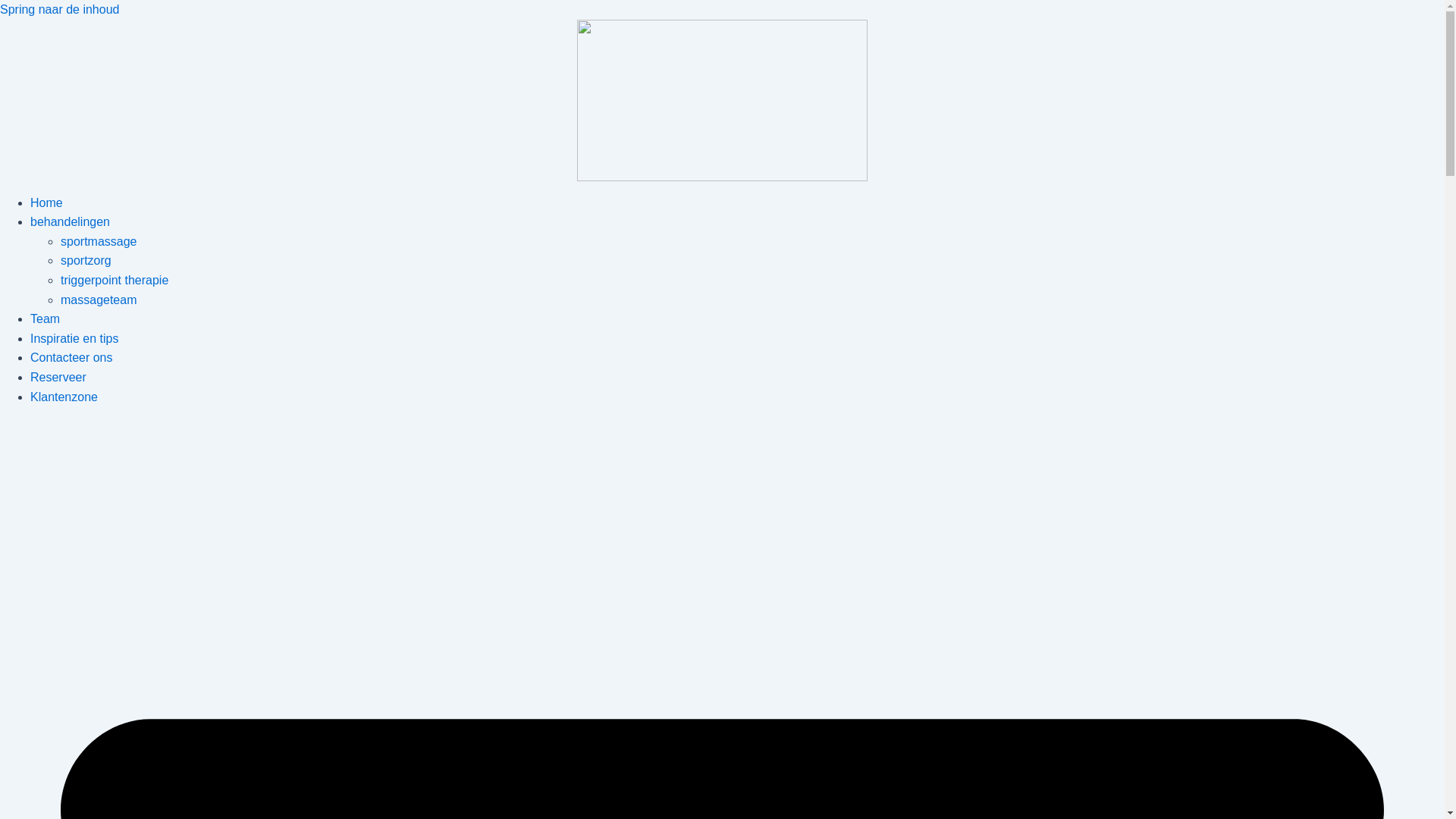  What do you see at coordinates (0, 9) in the screenshot?
I see `'Spring naar de inhoud'` at bounding box center [0, 9].